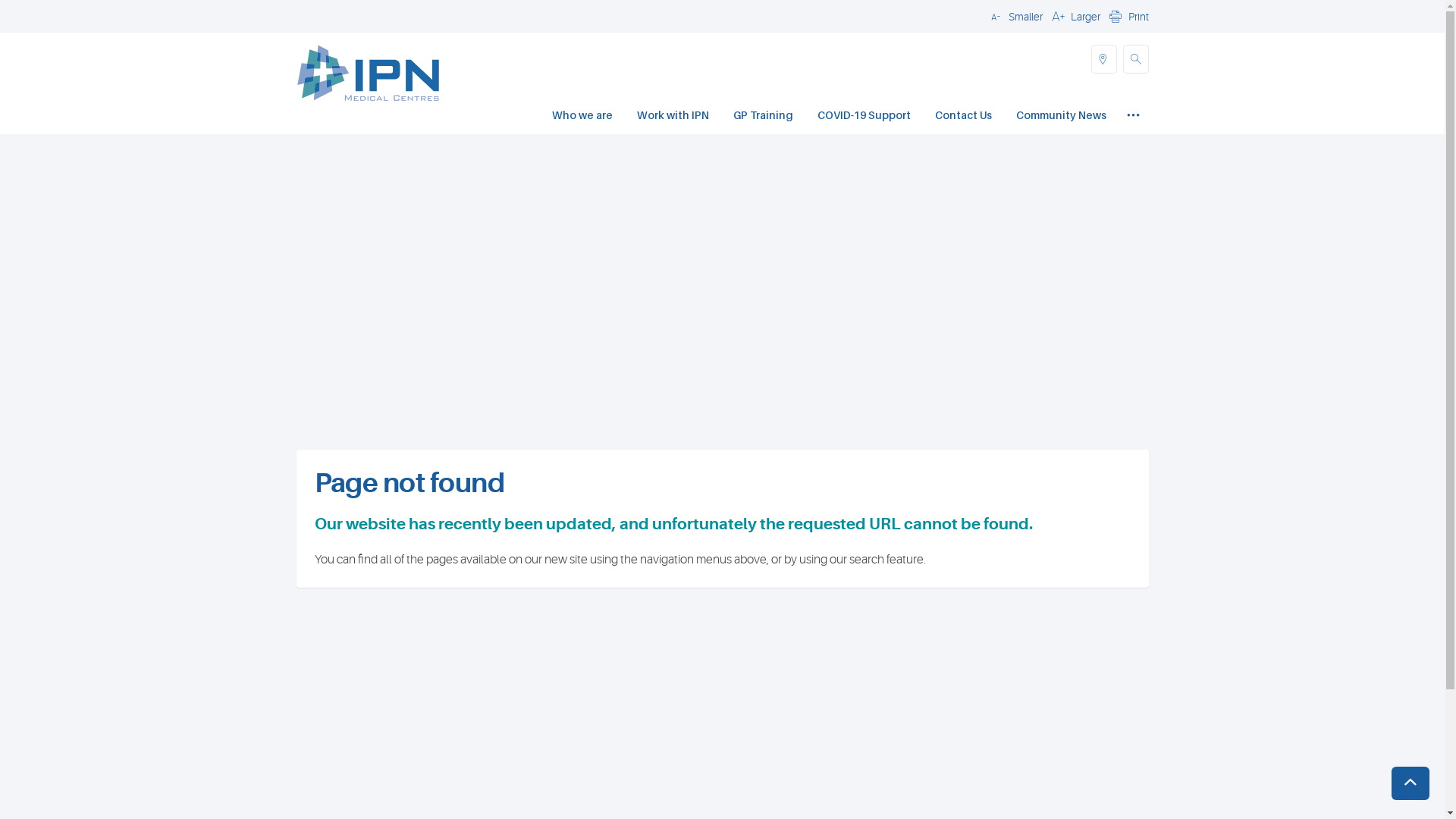  Describe the element at coordinates (672, 116) in the screenshot. I see `'Work with IPN'` at that location.